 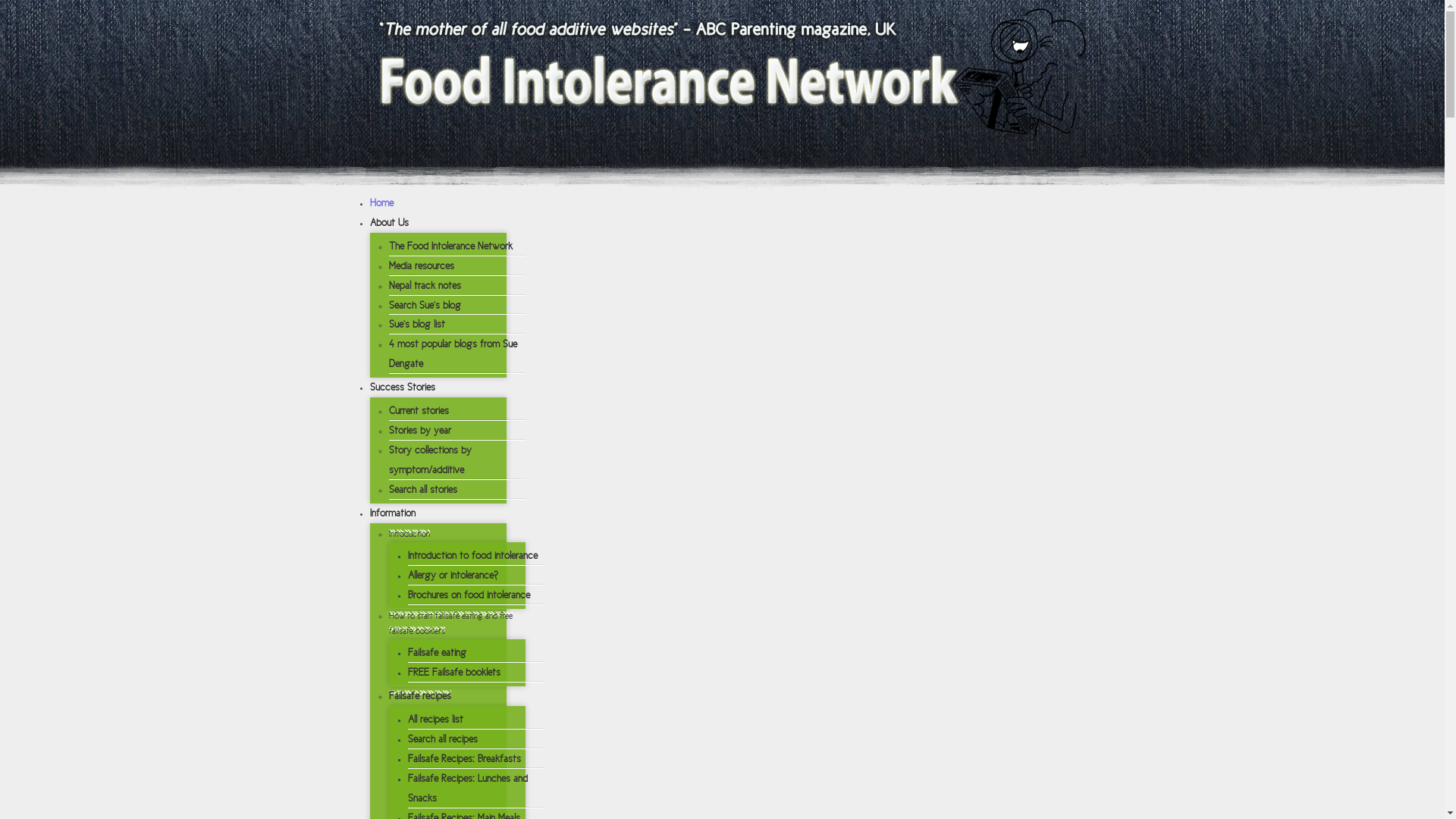 What do you see at coordinates (370, 222) in the screenshot?
I see `'About Us'` at bounding box center [370, 222].